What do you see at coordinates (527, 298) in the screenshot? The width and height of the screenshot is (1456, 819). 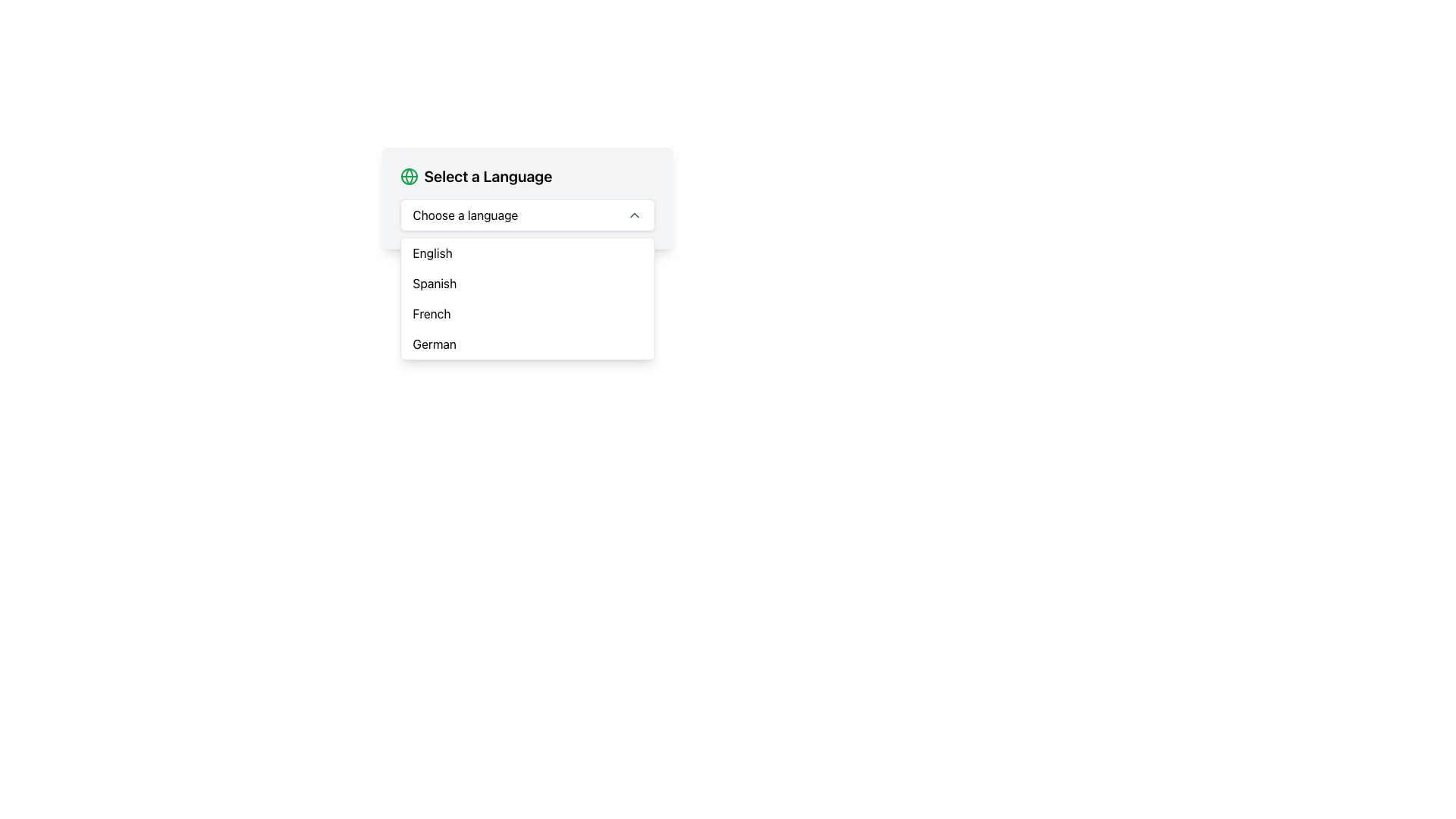 I see `the dropdown menu contents element, which features a white background with rounded corners and options for 'English,' 'Spanish,' 'French,' and 'German.'` at bounding box center [527, 298].